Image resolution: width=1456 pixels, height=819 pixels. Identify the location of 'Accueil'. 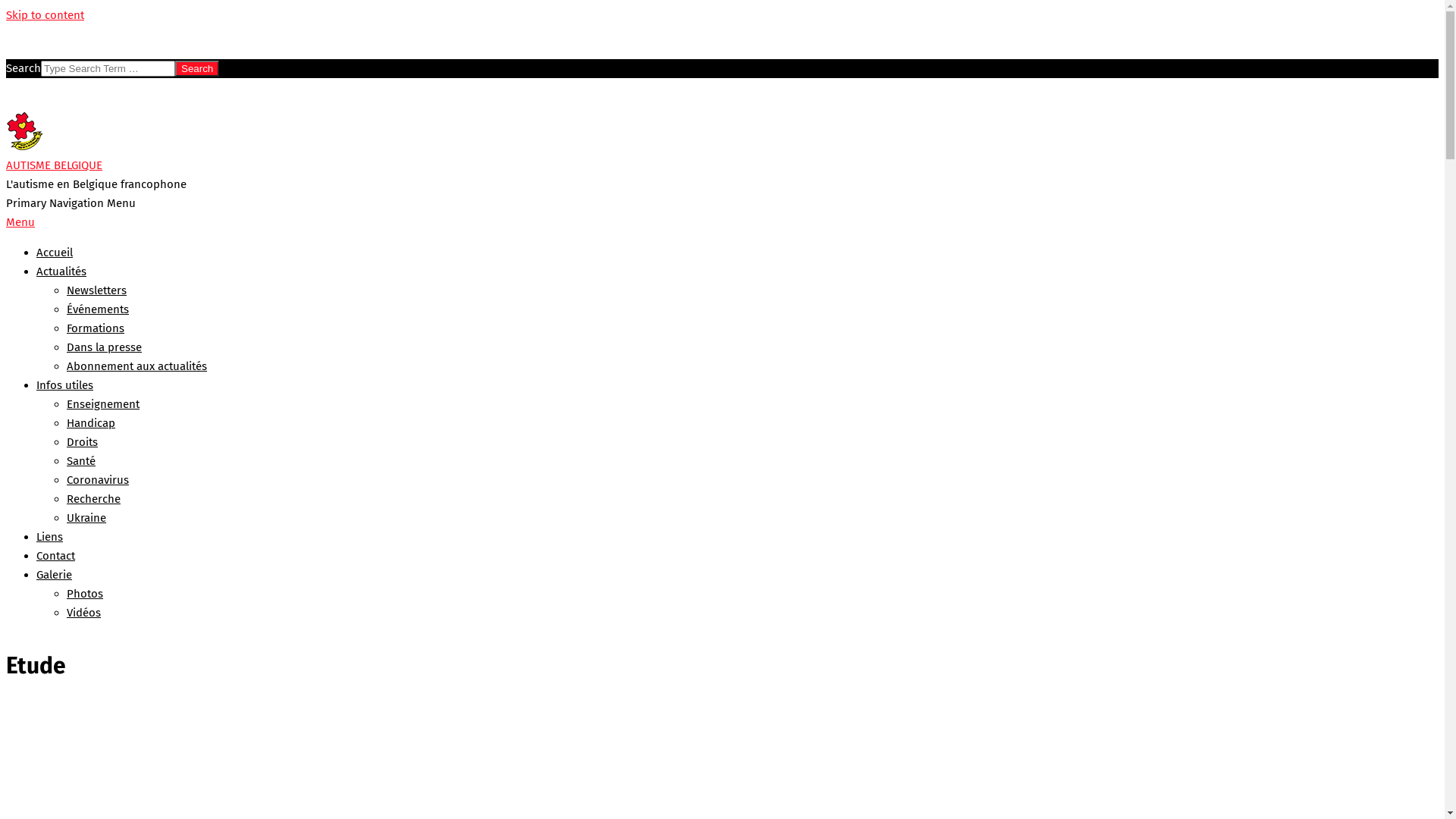
(55, 251).